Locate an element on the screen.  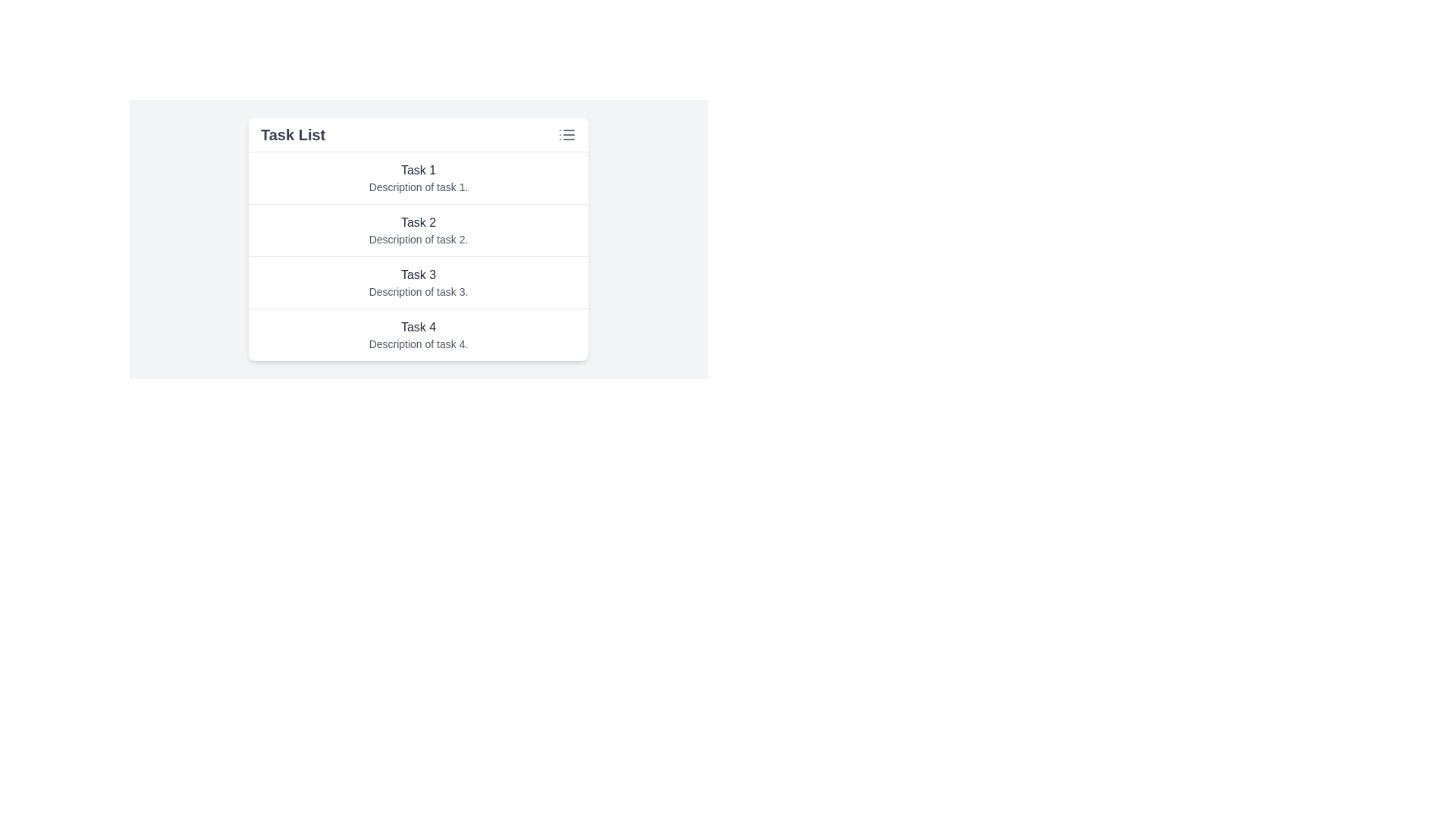
the list item titled 'Task 3' that contains the description 'Description of task 3.' located in the task list is located at coordinates (419, 283).